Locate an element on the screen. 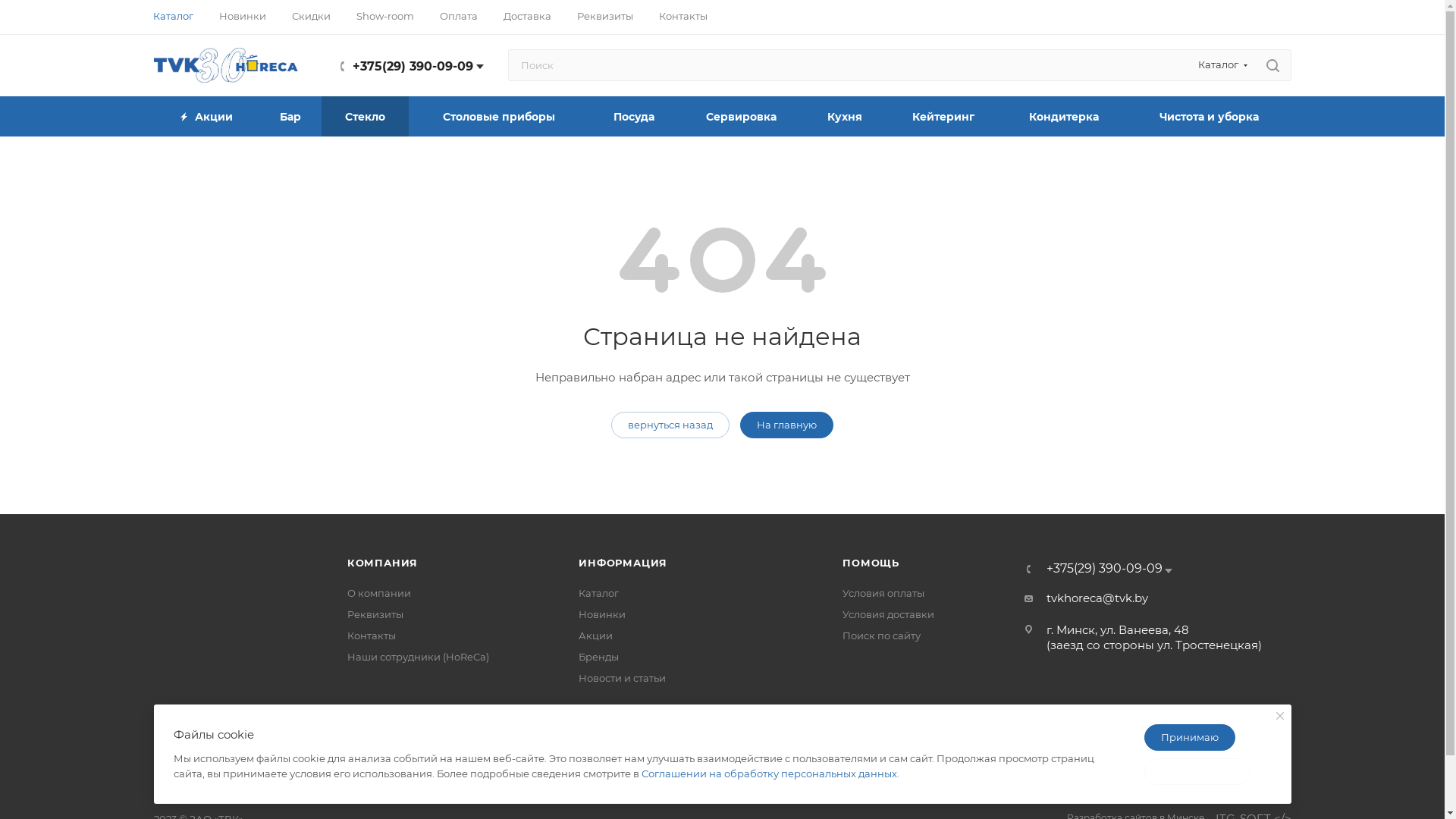 This screenshot has height=819, width=1456. 'tvkhoreca@tvk.by' is located at coordinates (1097, 598).